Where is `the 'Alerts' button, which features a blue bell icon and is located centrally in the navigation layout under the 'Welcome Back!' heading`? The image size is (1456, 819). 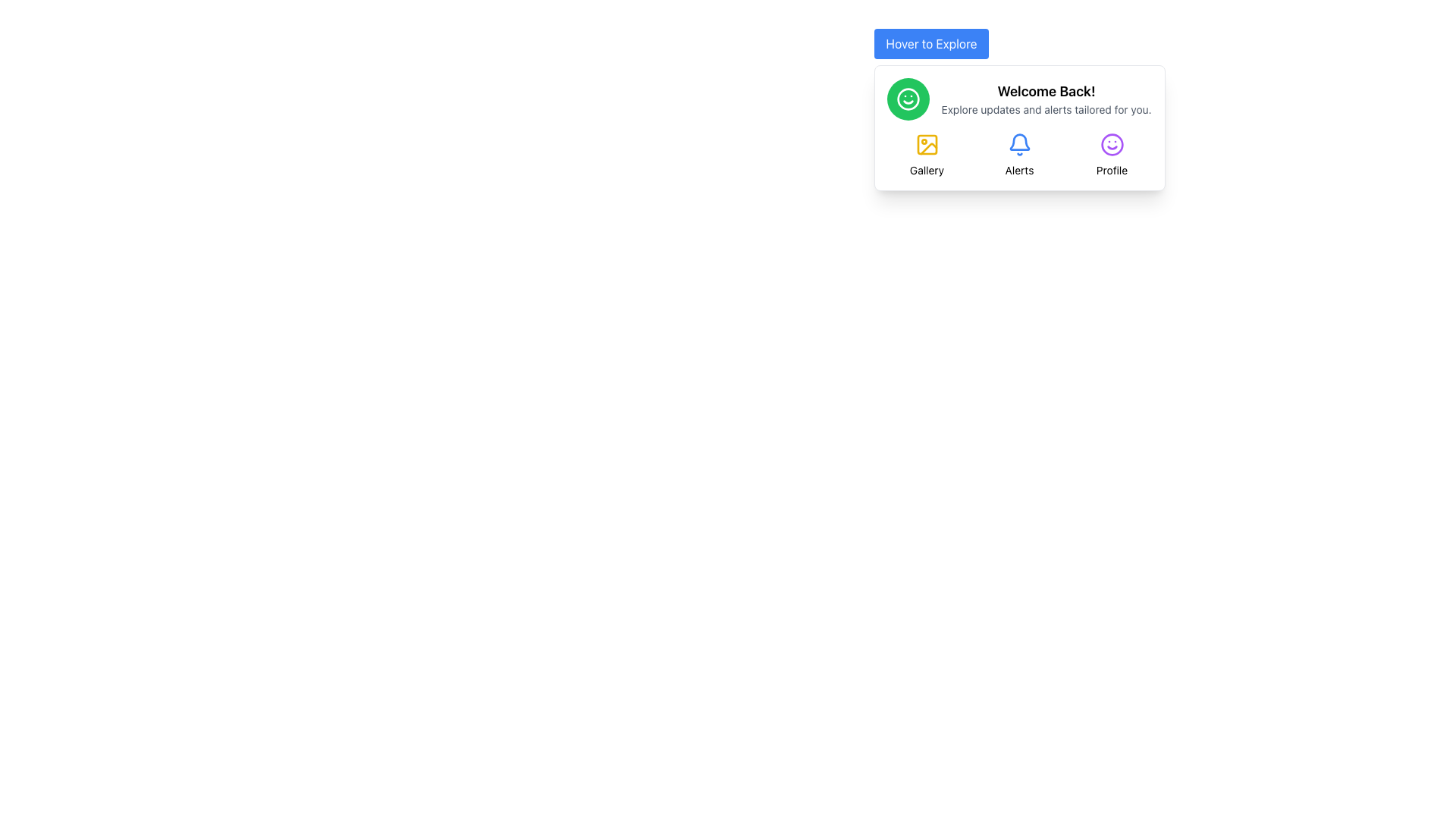
the 'Alerts' button, which features a blue bell icon and is located centrally in the navigation layout under the 'Welcome Back!' heading is located at coordinates (1019, 155).